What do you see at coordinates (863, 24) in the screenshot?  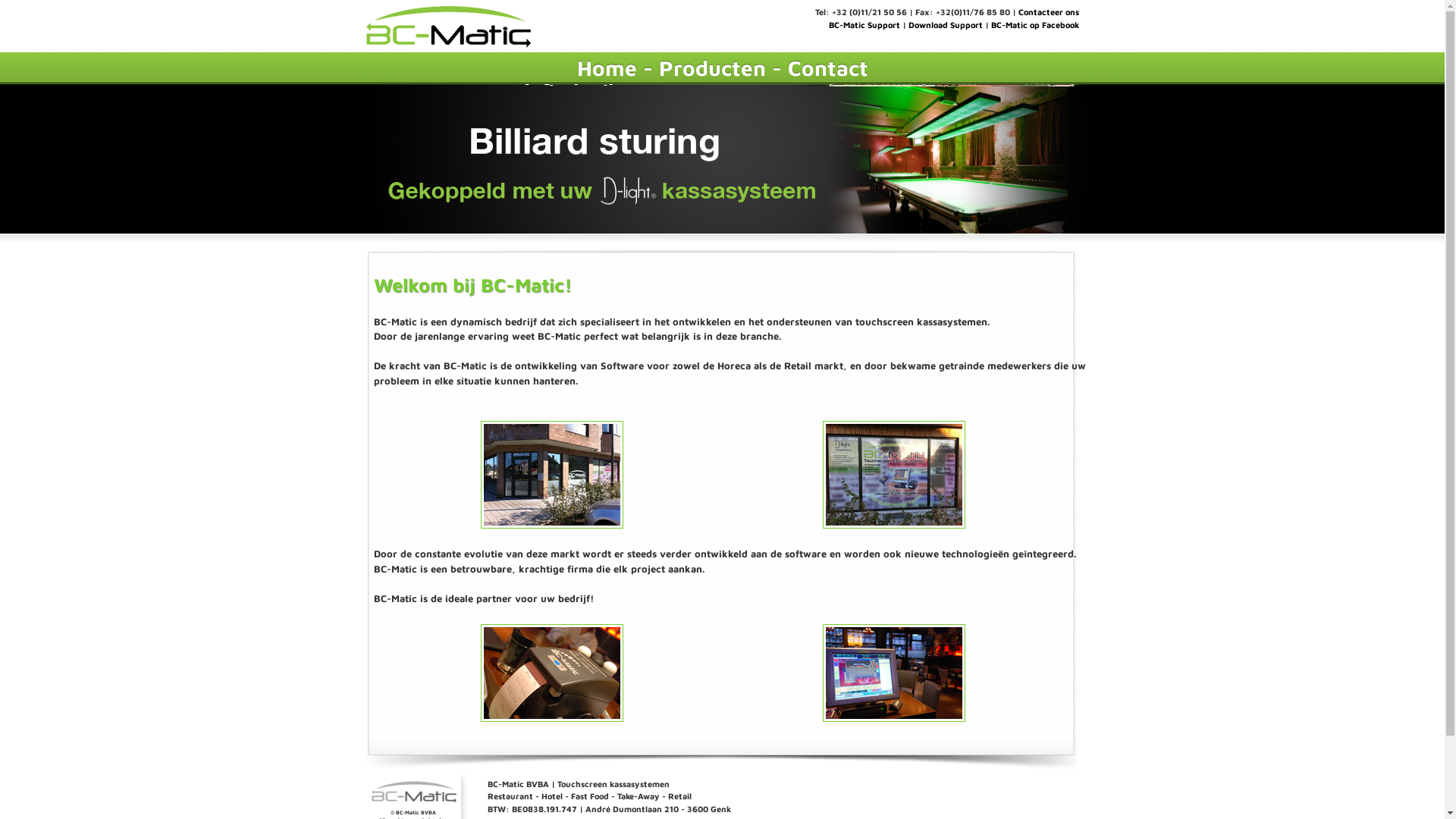 I see `'BC-Matic Support'` at bounding box center [863, 24].